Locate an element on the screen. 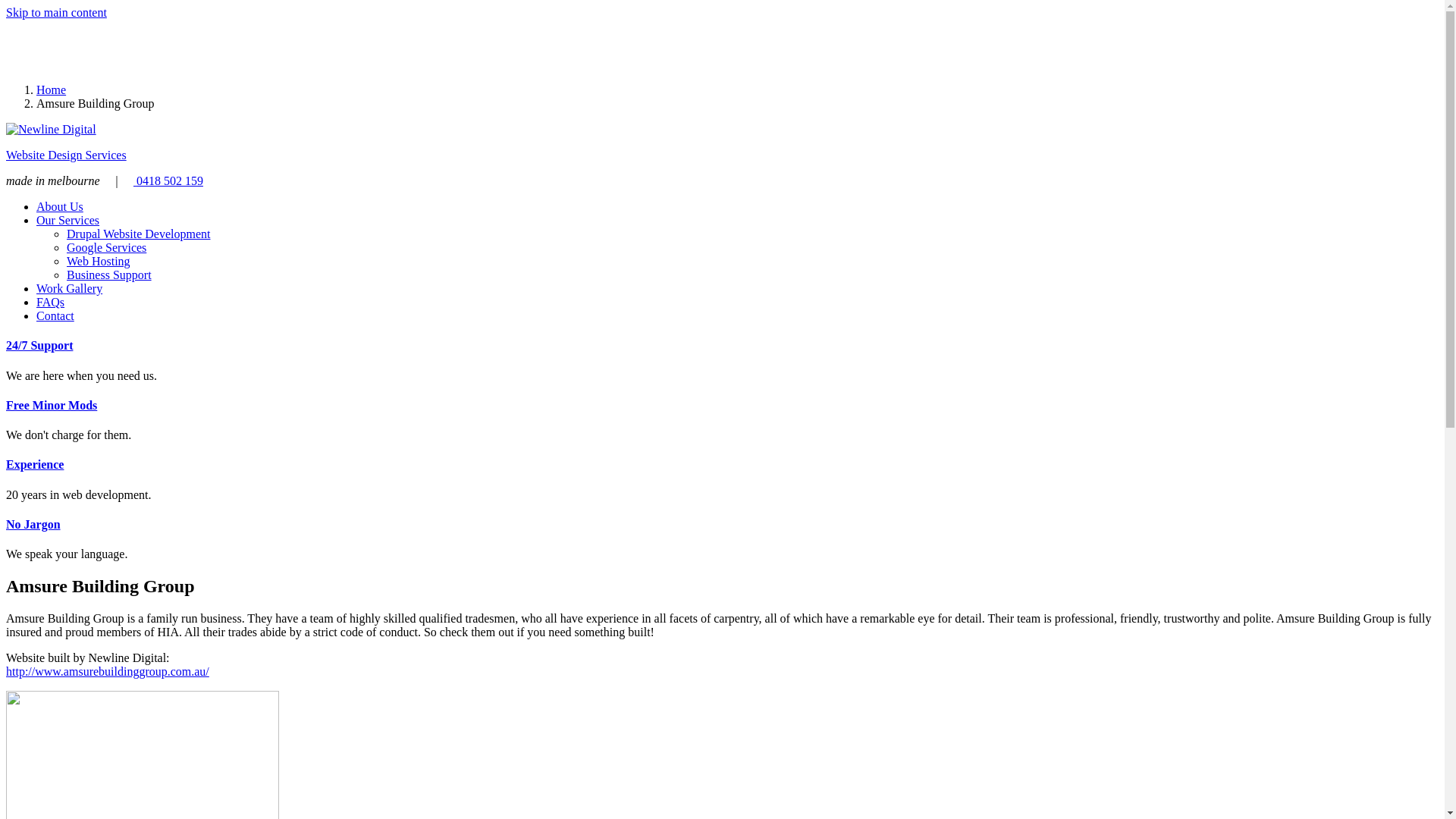 The height and width of the screenshot is (819, 1456). ' 0418 502 159' is located at coordinates (168, 180).